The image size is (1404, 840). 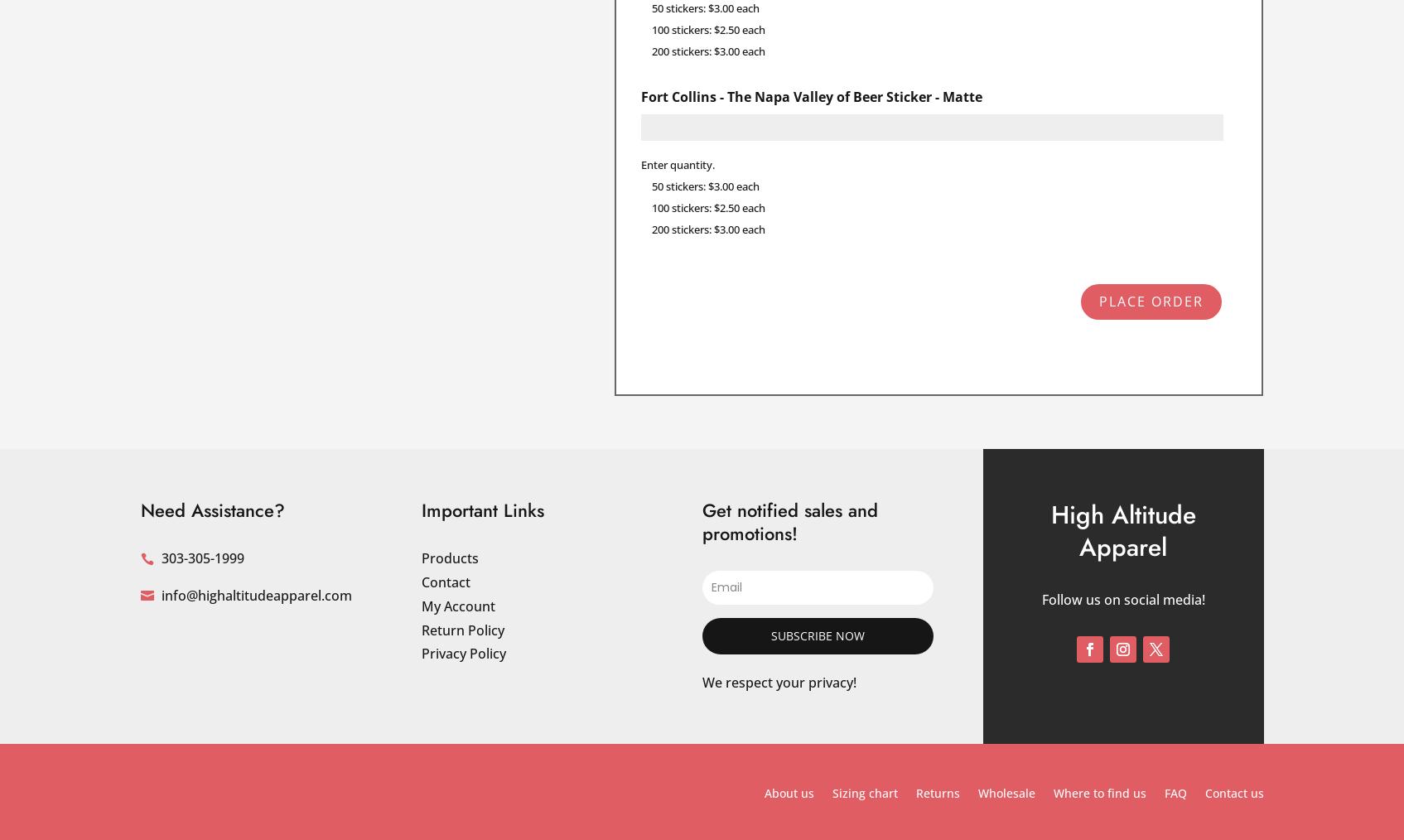 I want to click on 'Returns', so click(x=936, y=793).